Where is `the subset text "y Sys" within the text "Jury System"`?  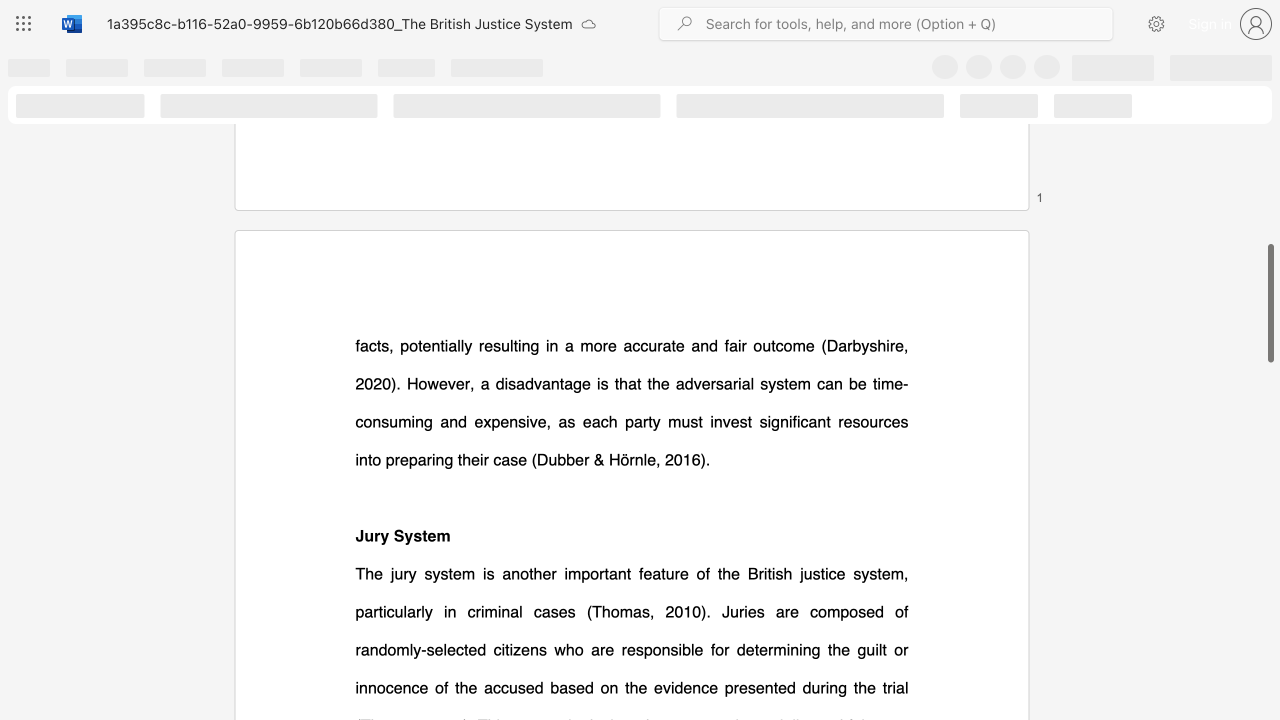 the subset text "y Sys" within the text "Jury System" is located at coordinates (380, 534).